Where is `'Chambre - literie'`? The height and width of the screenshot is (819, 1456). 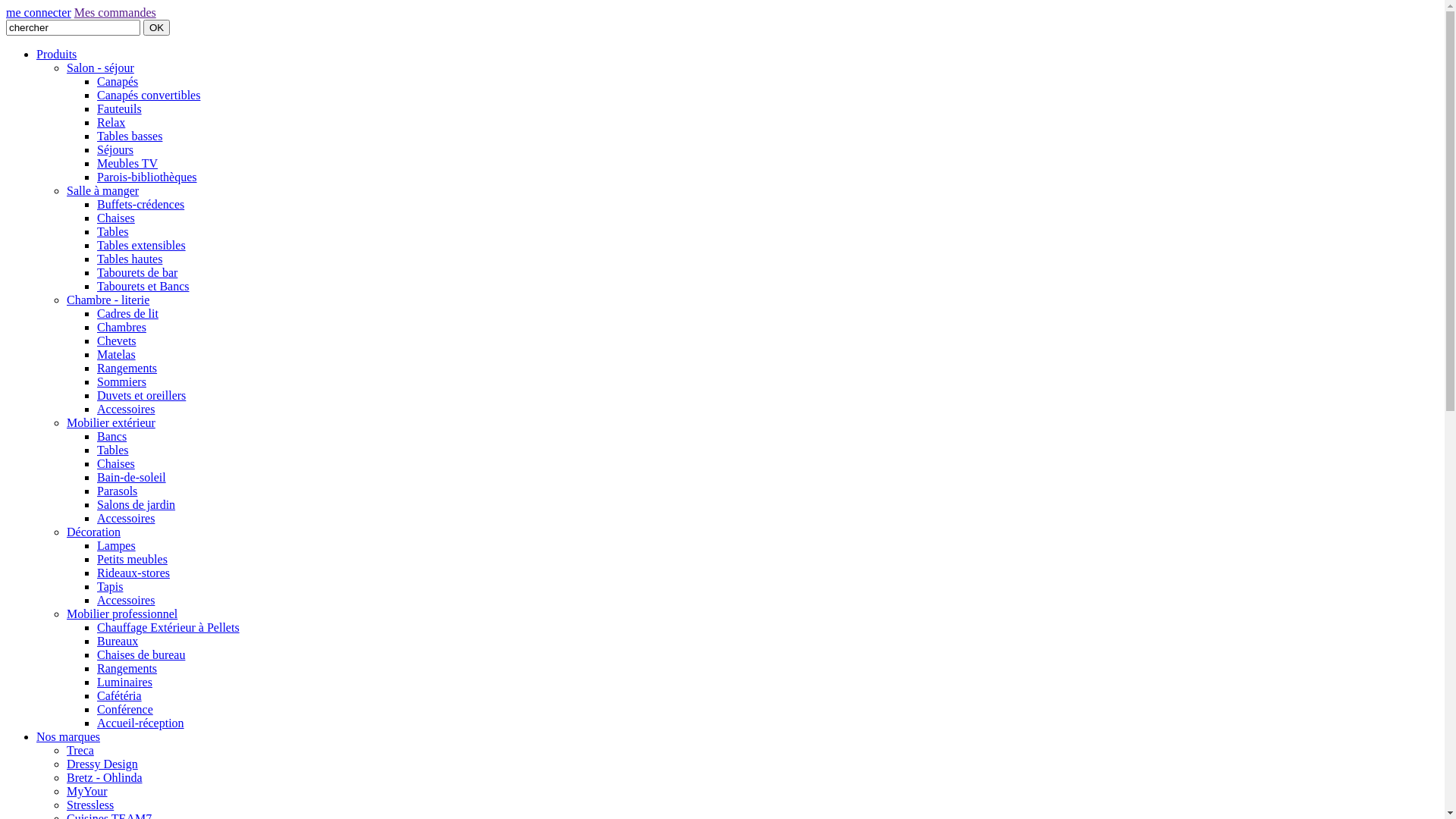
'Chambre - literie' is located at coordinates (107, 300).